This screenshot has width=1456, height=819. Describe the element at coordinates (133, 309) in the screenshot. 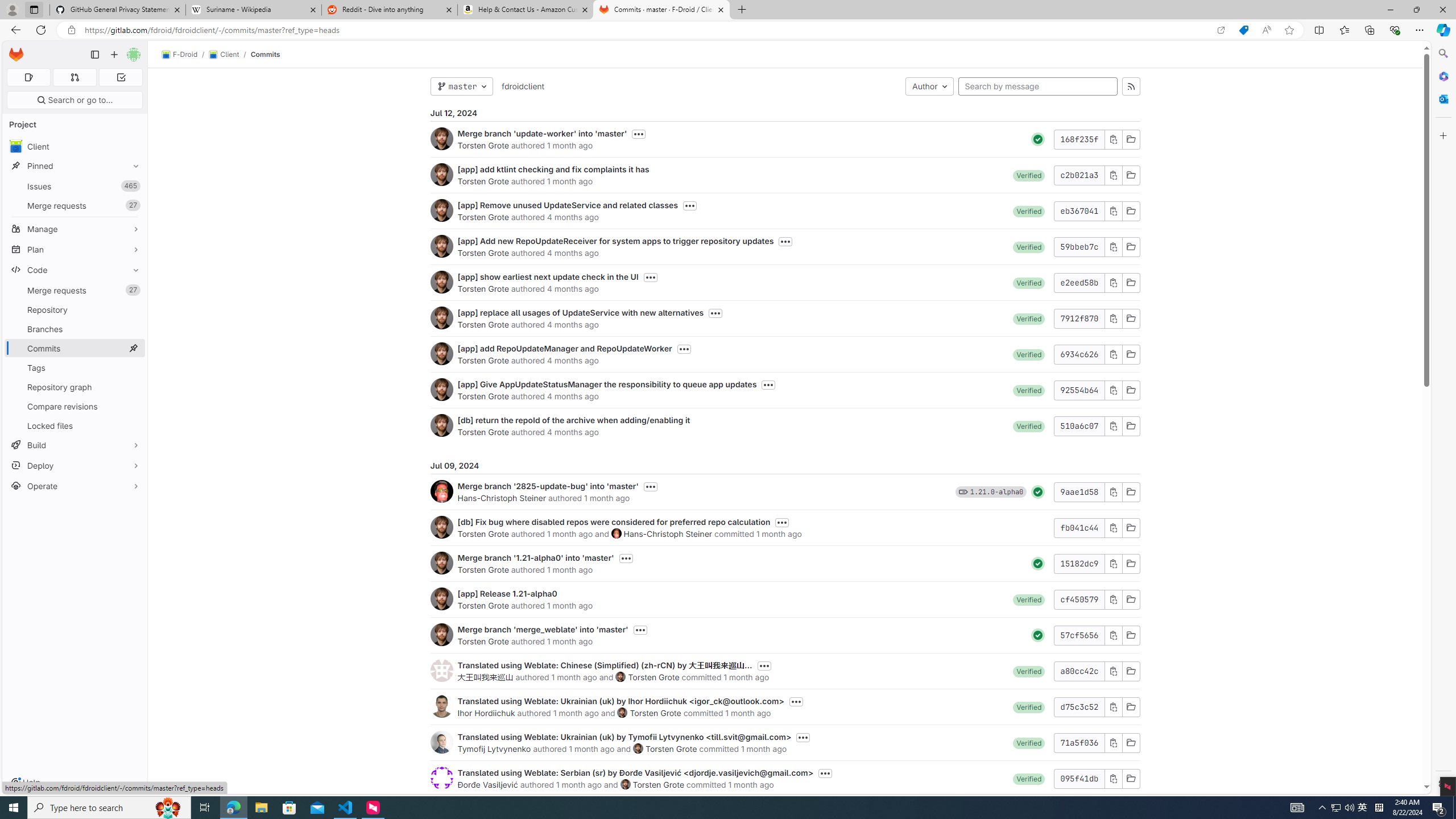

I see `'Pin Repository'` at that location.